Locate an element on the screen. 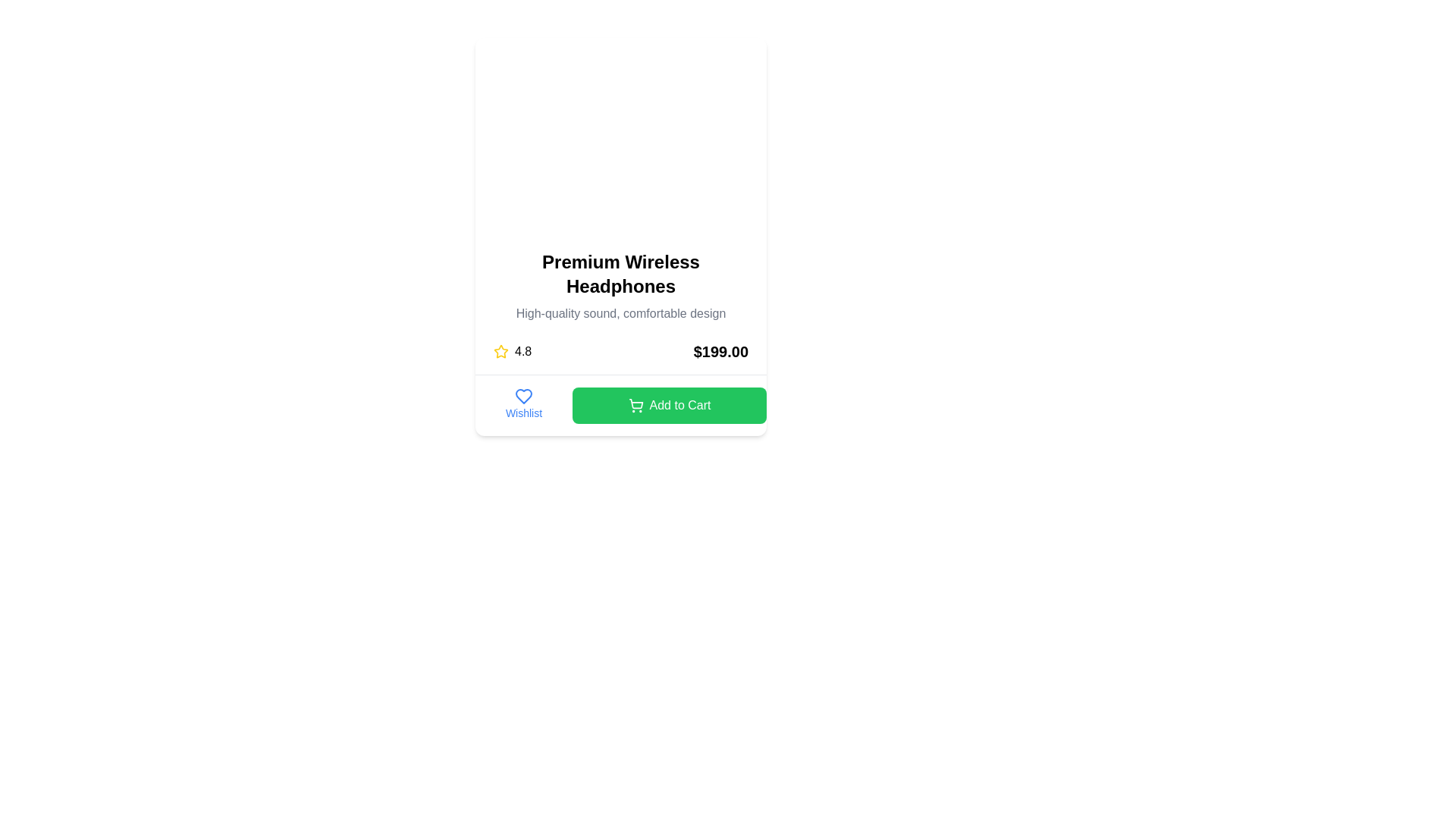 This screenshot has height=819, width=1456. the heart icon located under the headline text 'Premium Wireless Headphones' in the wishlist section to mark the item as a favorite is located at coordinates (524, 396).